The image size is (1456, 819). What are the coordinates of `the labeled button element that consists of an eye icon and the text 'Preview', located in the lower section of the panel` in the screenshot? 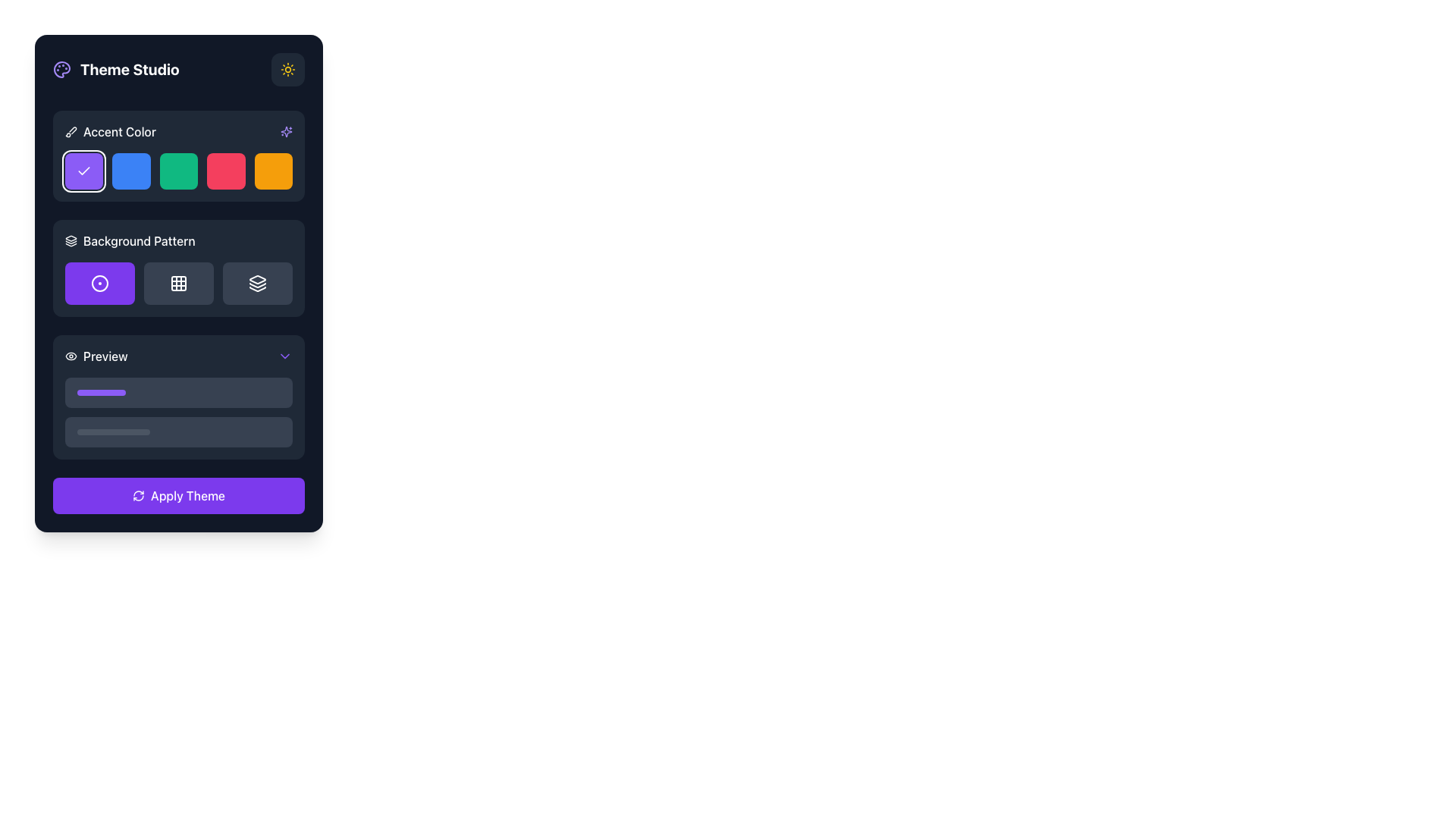 It's located at (96, 356).